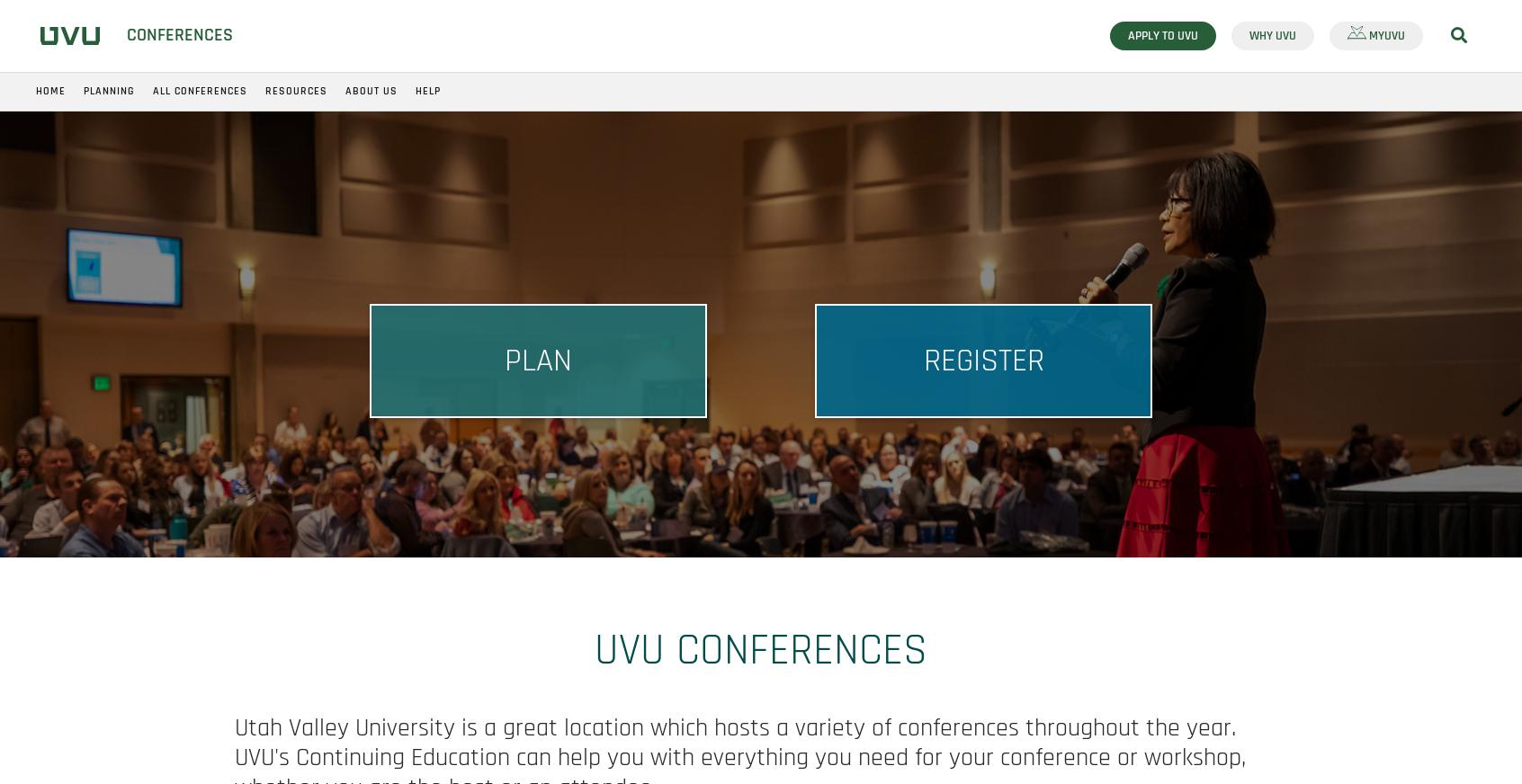 The height and width of the screenshot is (784, 1522). What do you see at coordinates (505, 361) in the screenshot?
I see `'Plan'` at bounding box center [505, 361].